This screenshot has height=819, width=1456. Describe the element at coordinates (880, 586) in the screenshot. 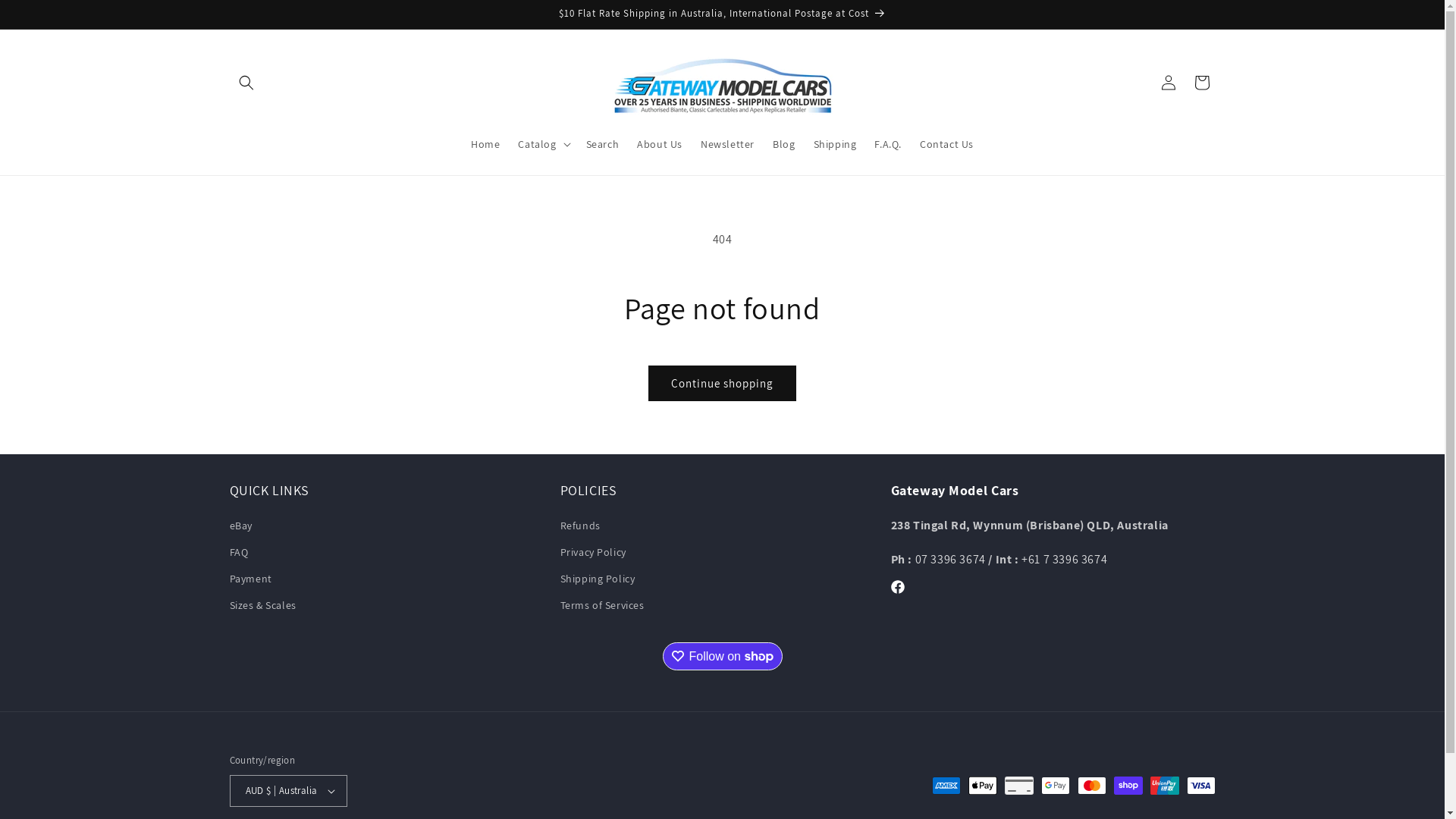

I see `'Facebook'` at that location.